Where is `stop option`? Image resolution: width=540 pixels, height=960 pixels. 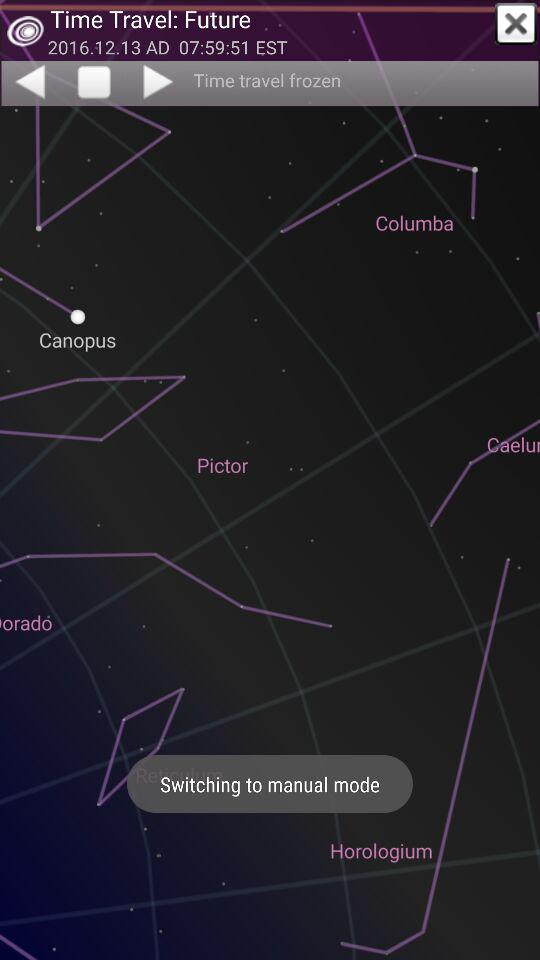 stop option is located at coordinates (93, 83).